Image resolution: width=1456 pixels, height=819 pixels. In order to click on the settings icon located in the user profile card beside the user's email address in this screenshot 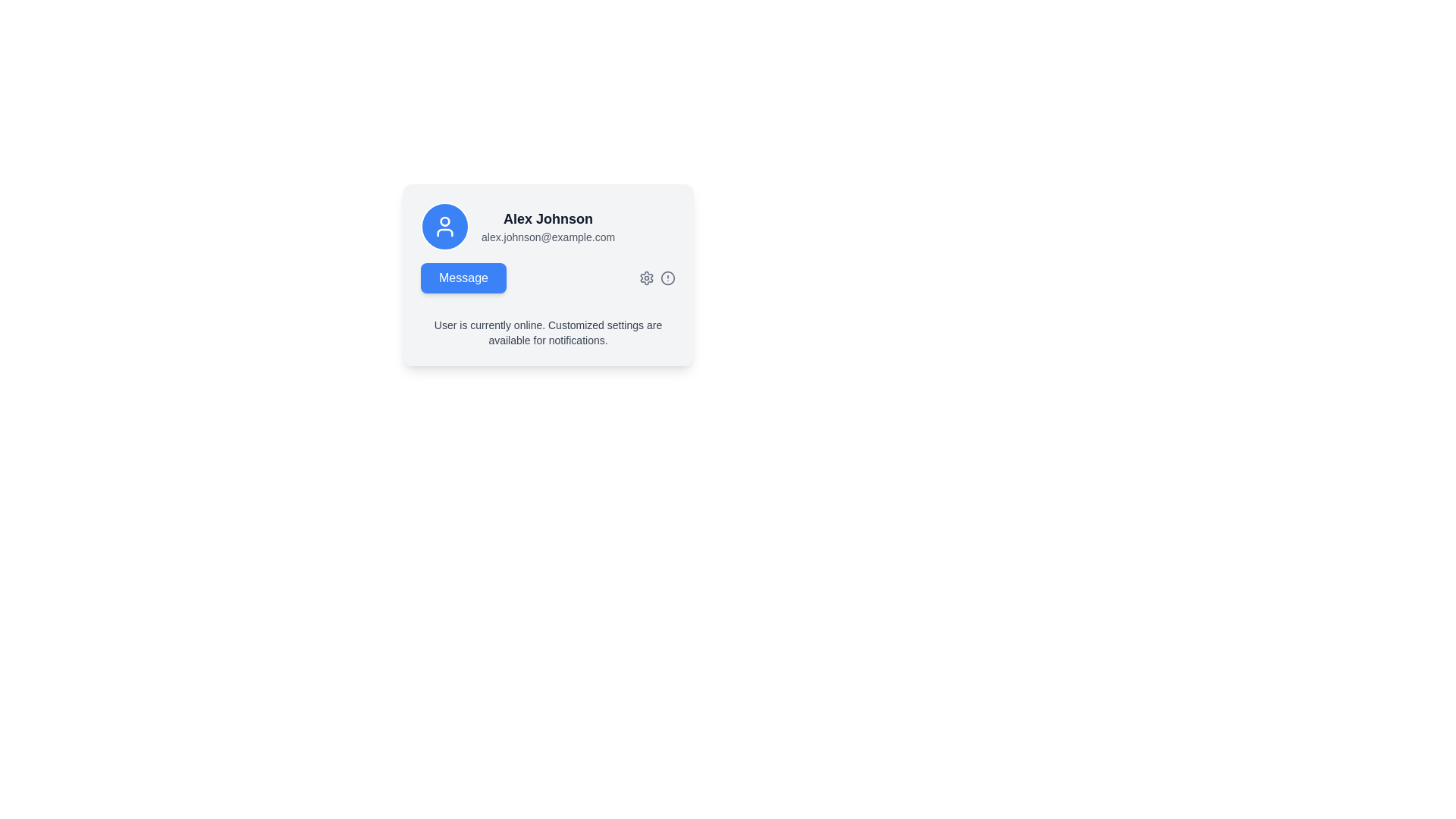, I will do `click(647, 278)`.